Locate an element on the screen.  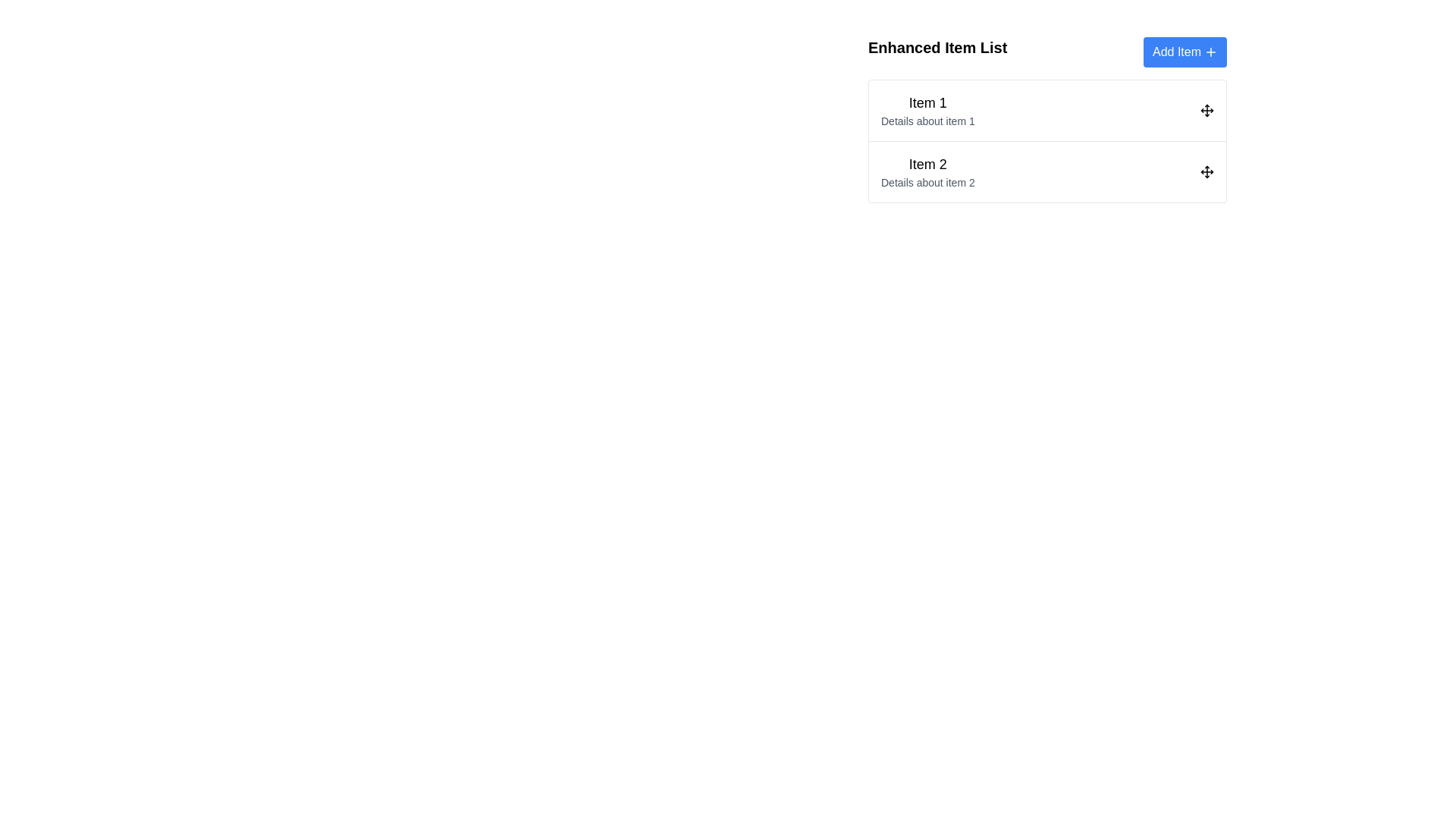
the text label that contains 'Details about item 2', which is styled in gray and positioned directly below the main title 'Item 2' in the Enhanced Item List is located at coordinates (927, 181).